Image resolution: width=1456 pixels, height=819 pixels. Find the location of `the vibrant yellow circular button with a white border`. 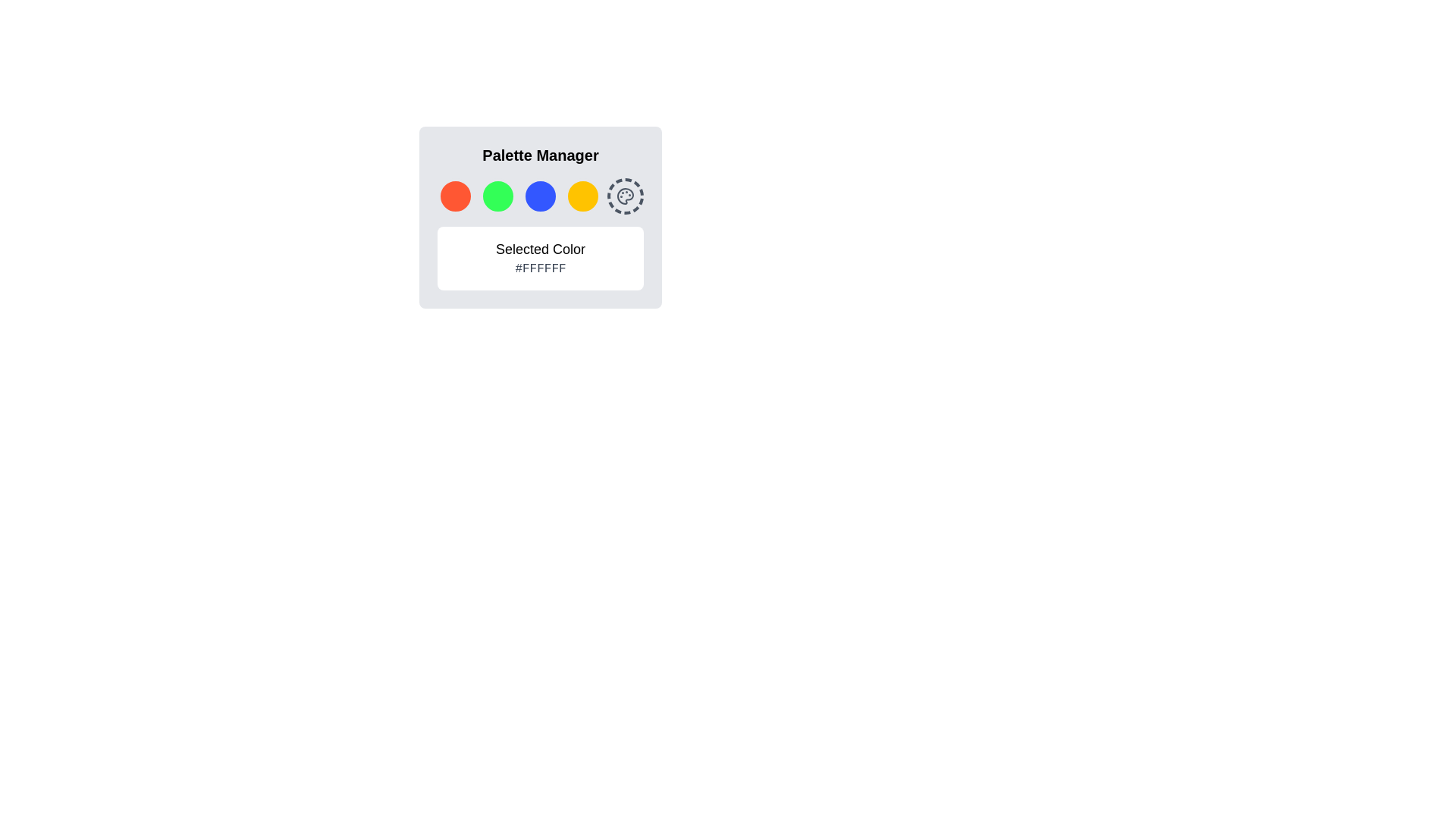

the vibrant yellow circular button with a white border is located at coordinates (582, 195).